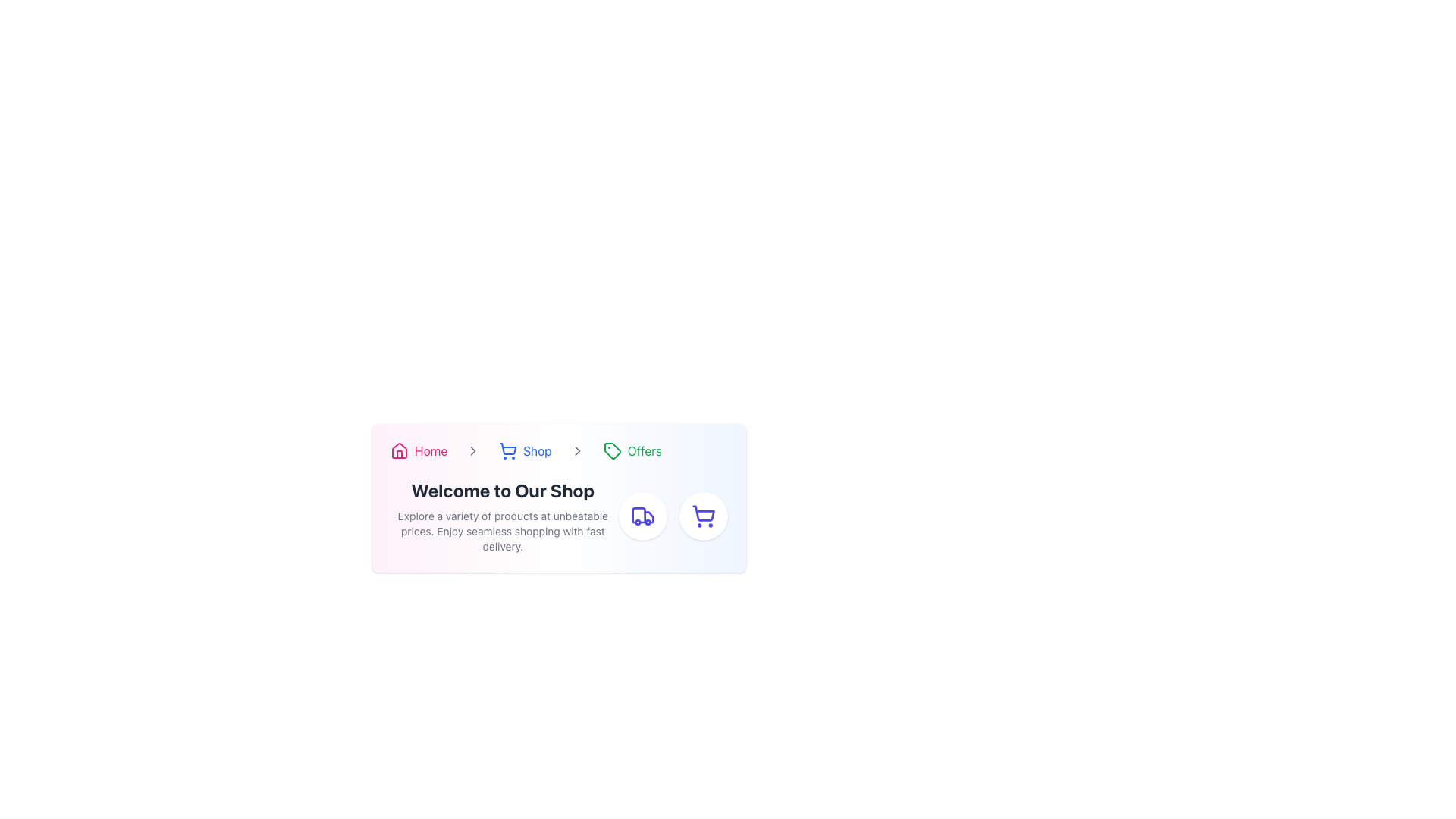  I want to click on the rightward-pointing arrow icon in the breadcrumb navigation bar, located between the 'Shop' and 'Offers' labels, so click(472, 450).